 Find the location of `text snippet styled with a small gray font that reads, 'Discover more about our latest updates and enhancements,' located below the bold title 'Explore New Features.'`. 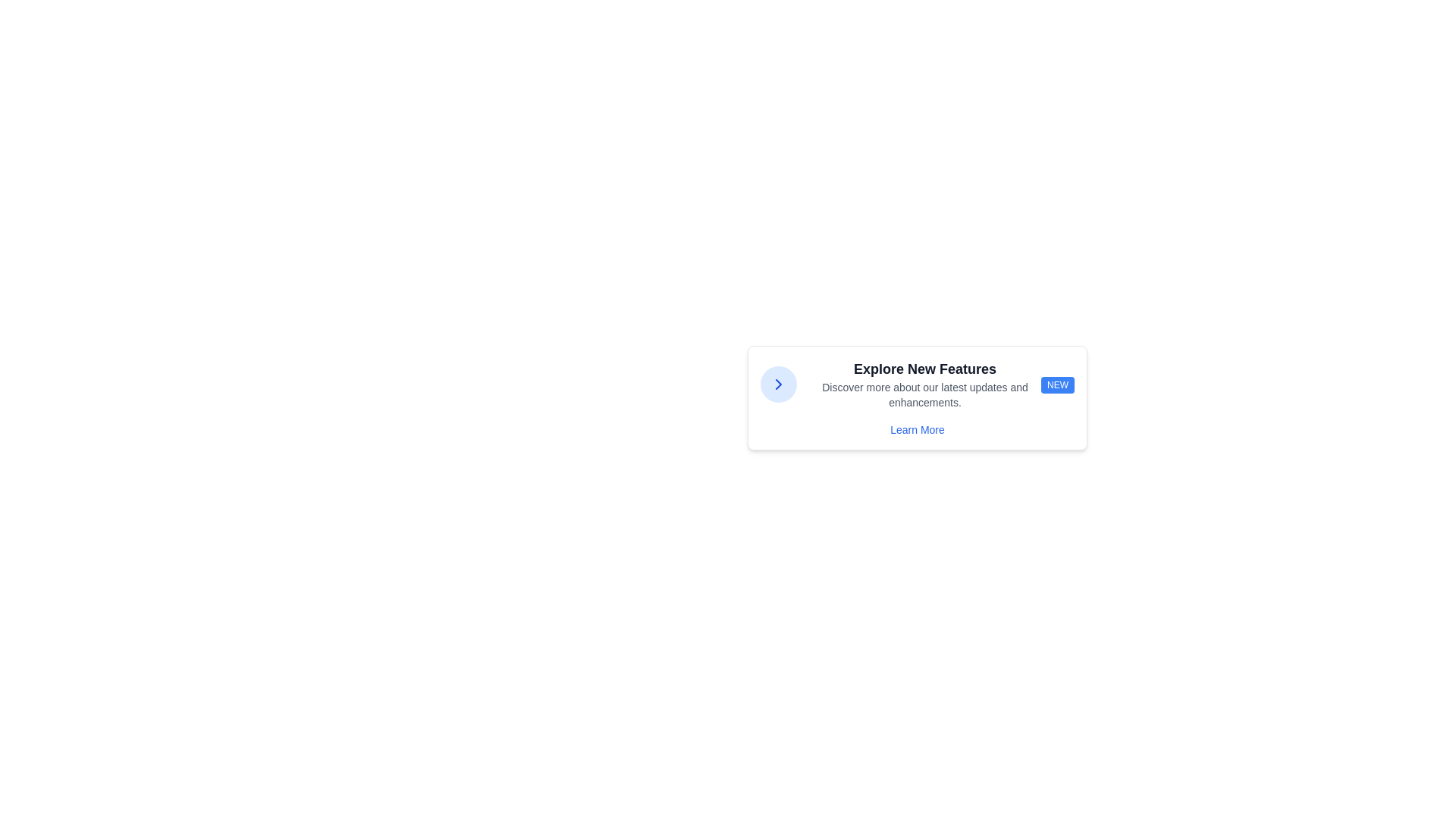

text snippet styled with a small gray font that reads, 'Discover more about our latest updates and enhancements,' located below the bold title 'Explore New Features.' is located at coordinates (924, 394).